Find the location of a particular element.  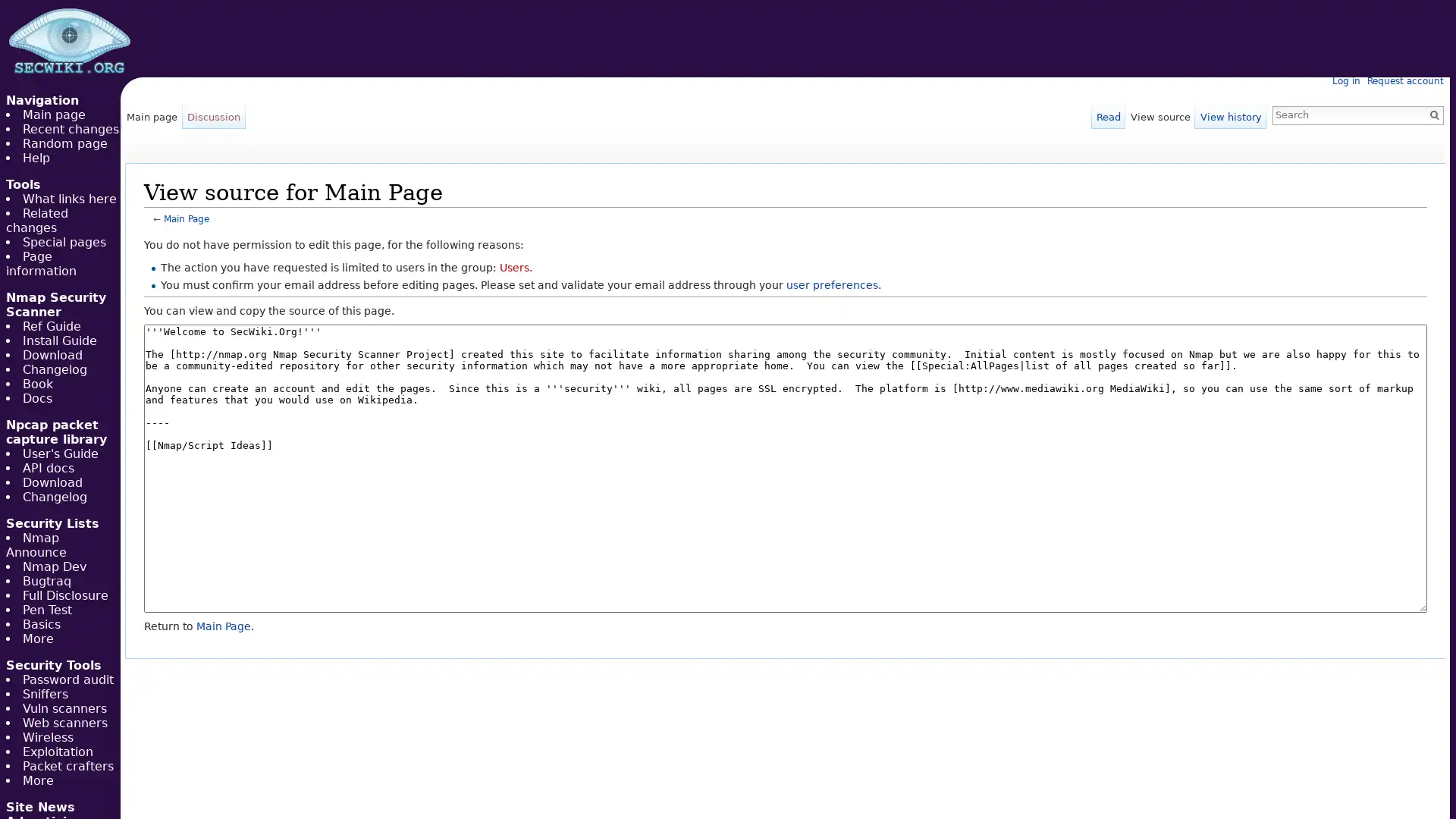

Go is located at coordinates (1433, 114).